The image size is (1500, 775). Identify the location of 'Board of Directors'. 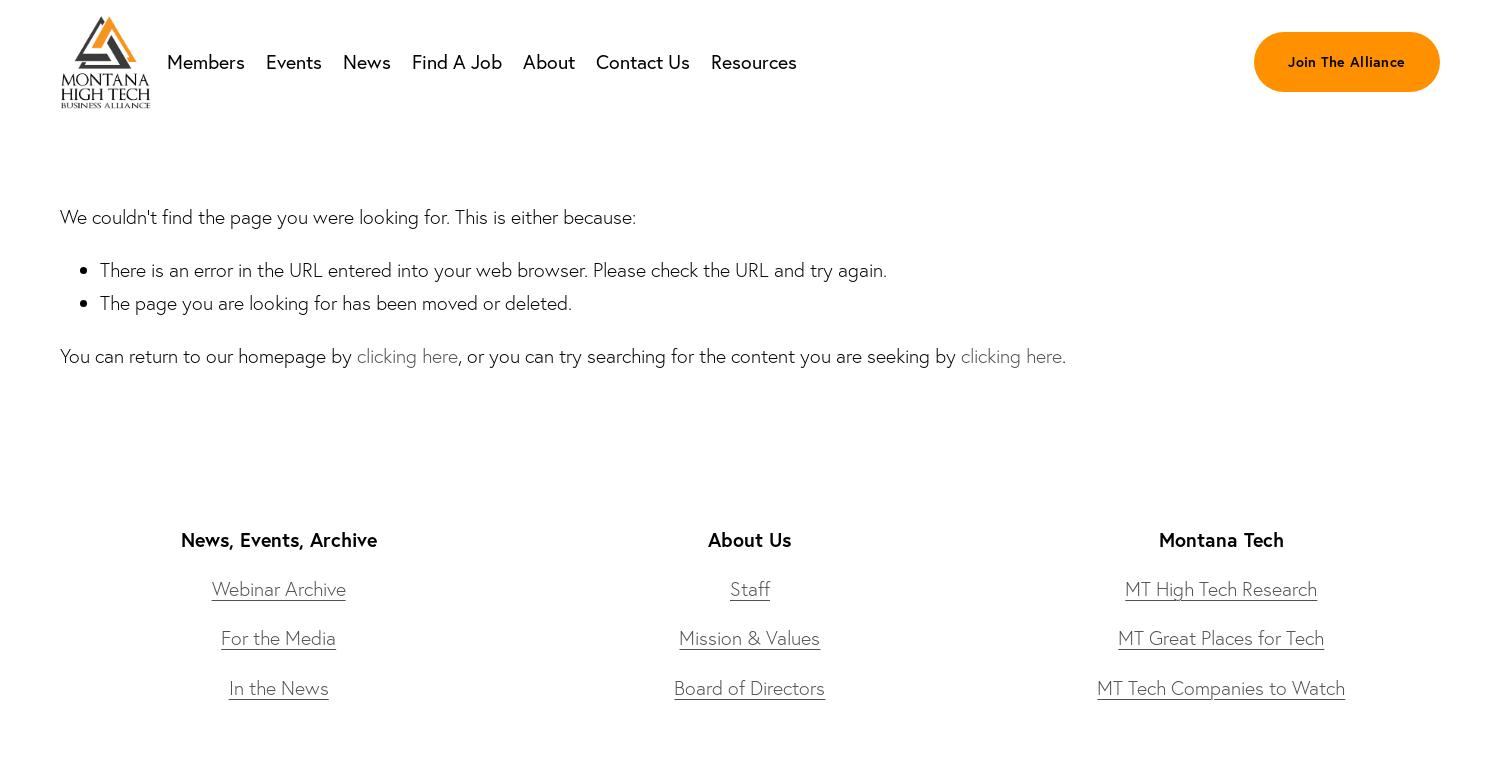
(748, 685).